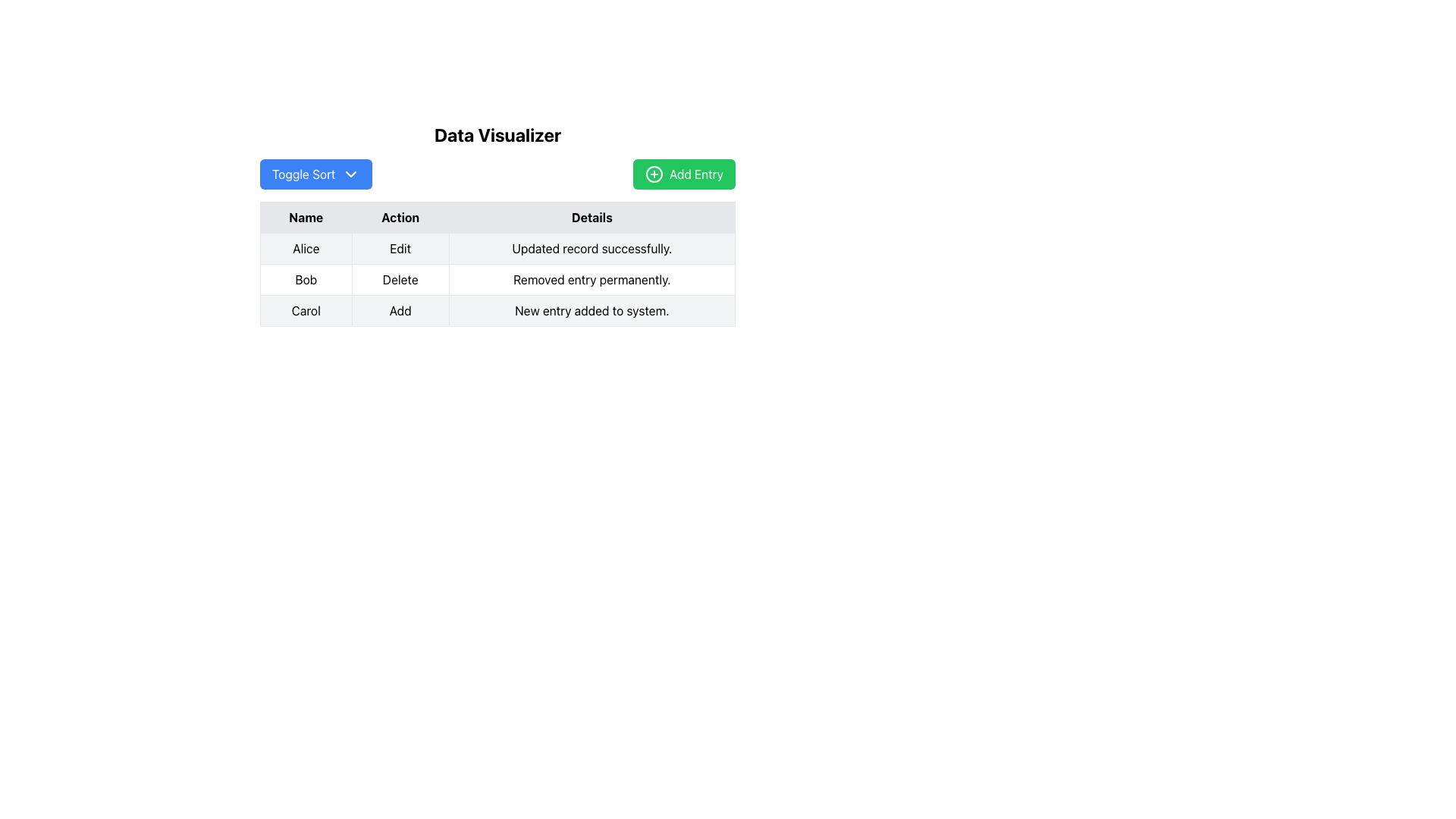  I want to click on the Table Cell that displays a user or entity name, located in the first row and first column of the table, which is non-interactive and serves as a label, so click(305, 247).